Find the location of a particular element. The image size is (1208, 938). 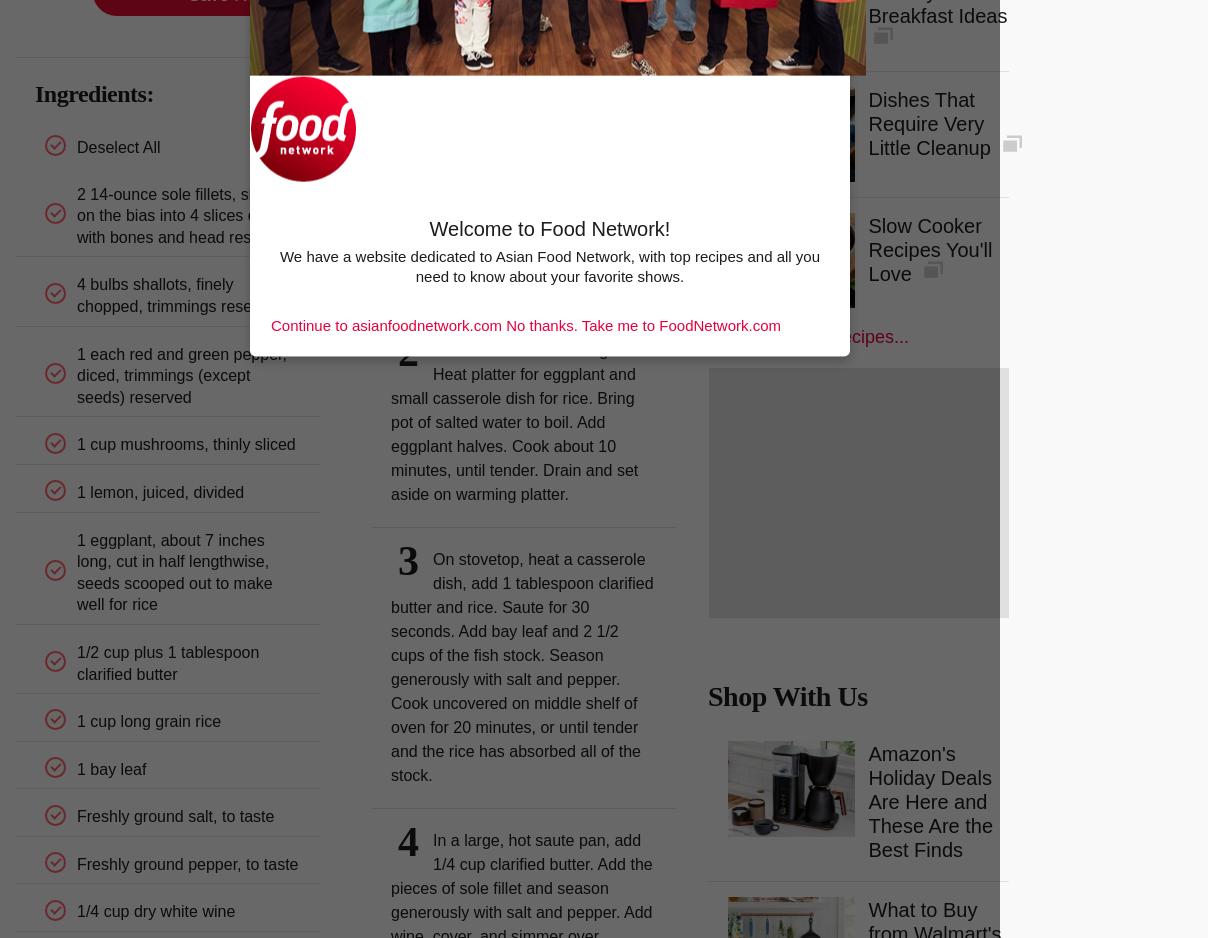

'4 bulbs shallots, finely chopped, trimmings reserved' is located at coordinates (179, 295).